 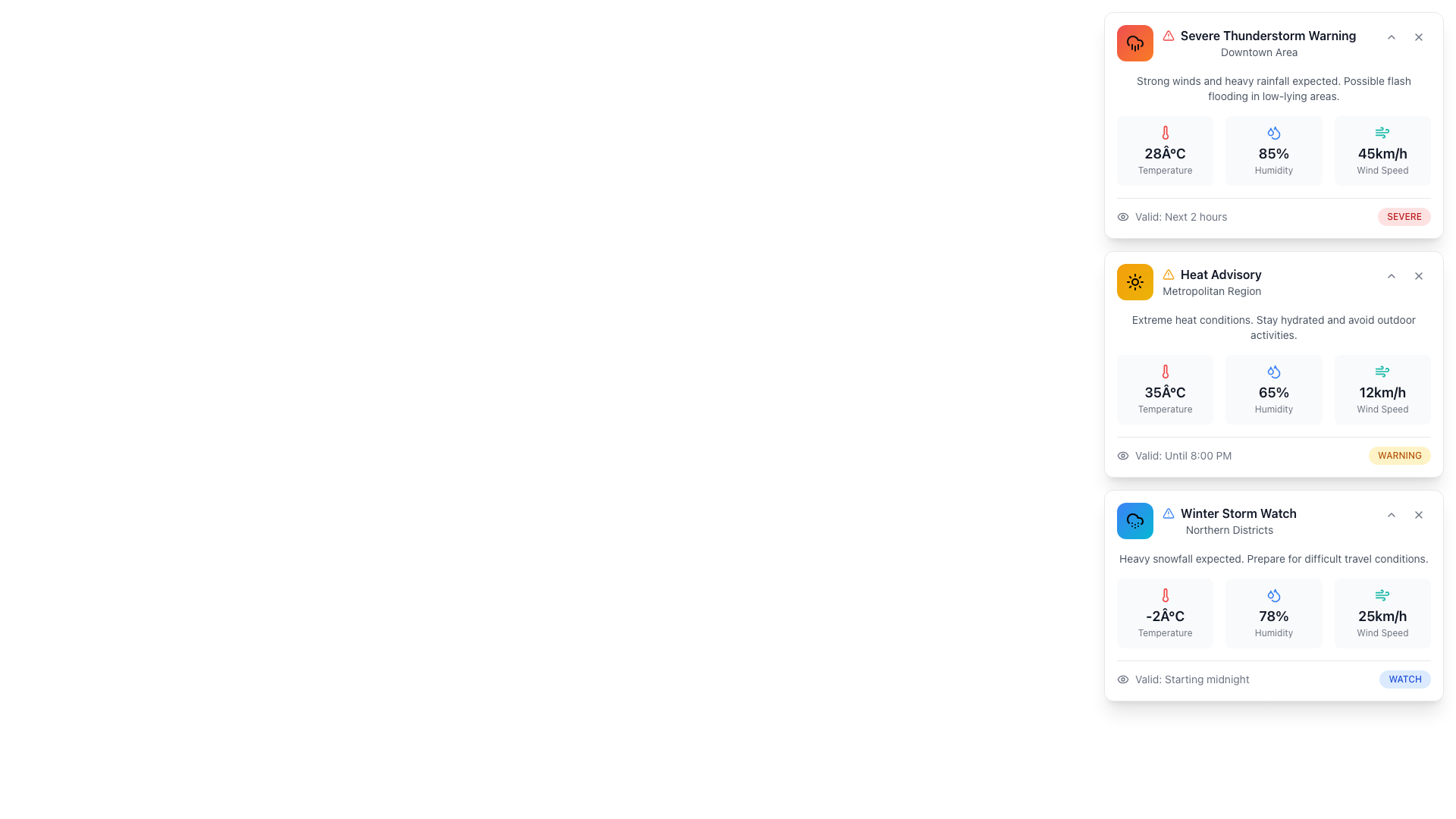 I want to click on the thunderstorm warning icon located at the top left corner of the 'Severe Thunderstorm Warning' section, which visually represents the warning with a symbolized icon and warning colors, so click(x=1135, y=42).